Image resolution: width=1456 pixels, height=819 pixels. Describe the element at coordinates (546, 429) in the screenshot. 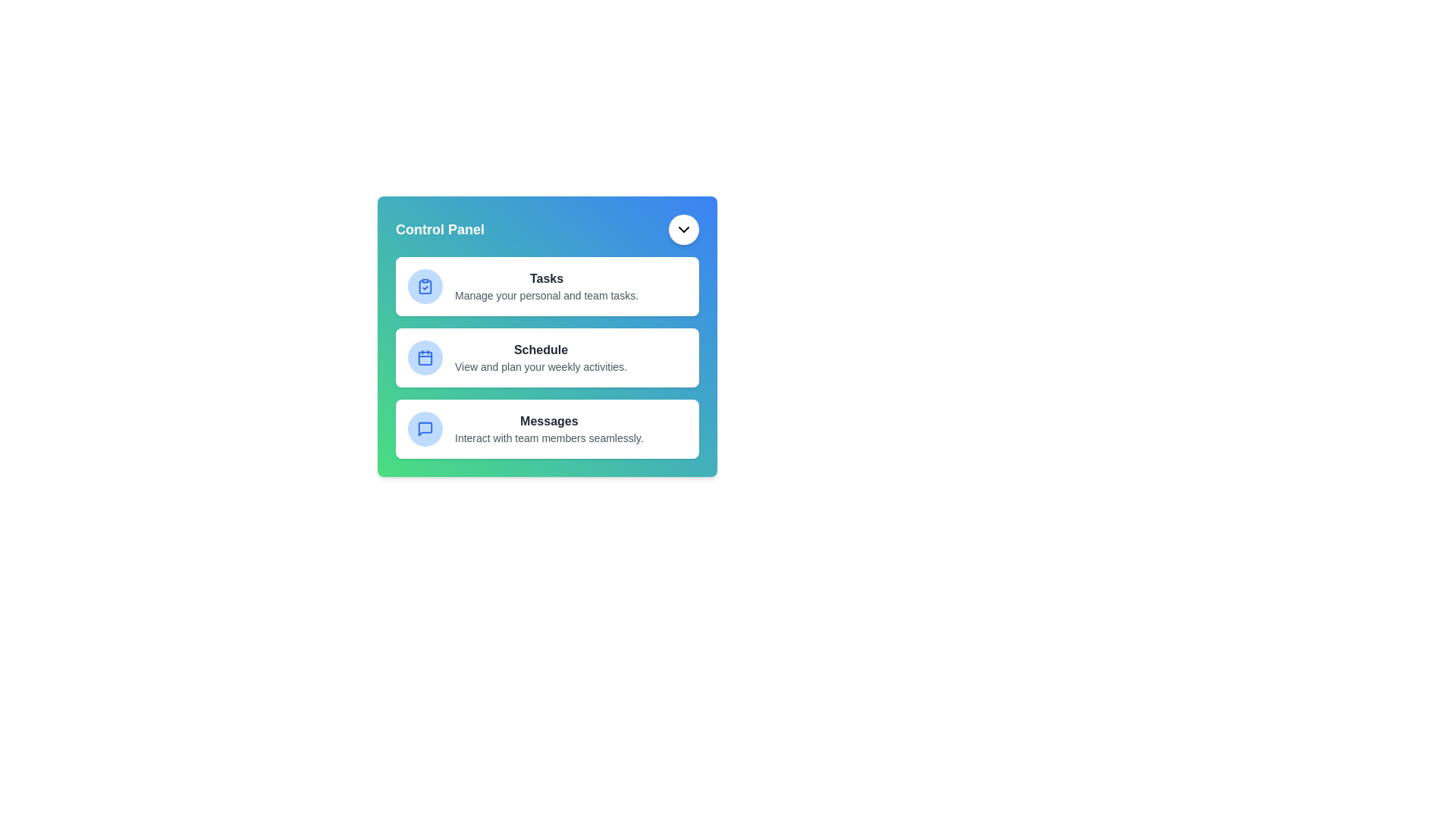

I see `the 'Messages' menu item in the AdvancedDashboardMenu` at that location.